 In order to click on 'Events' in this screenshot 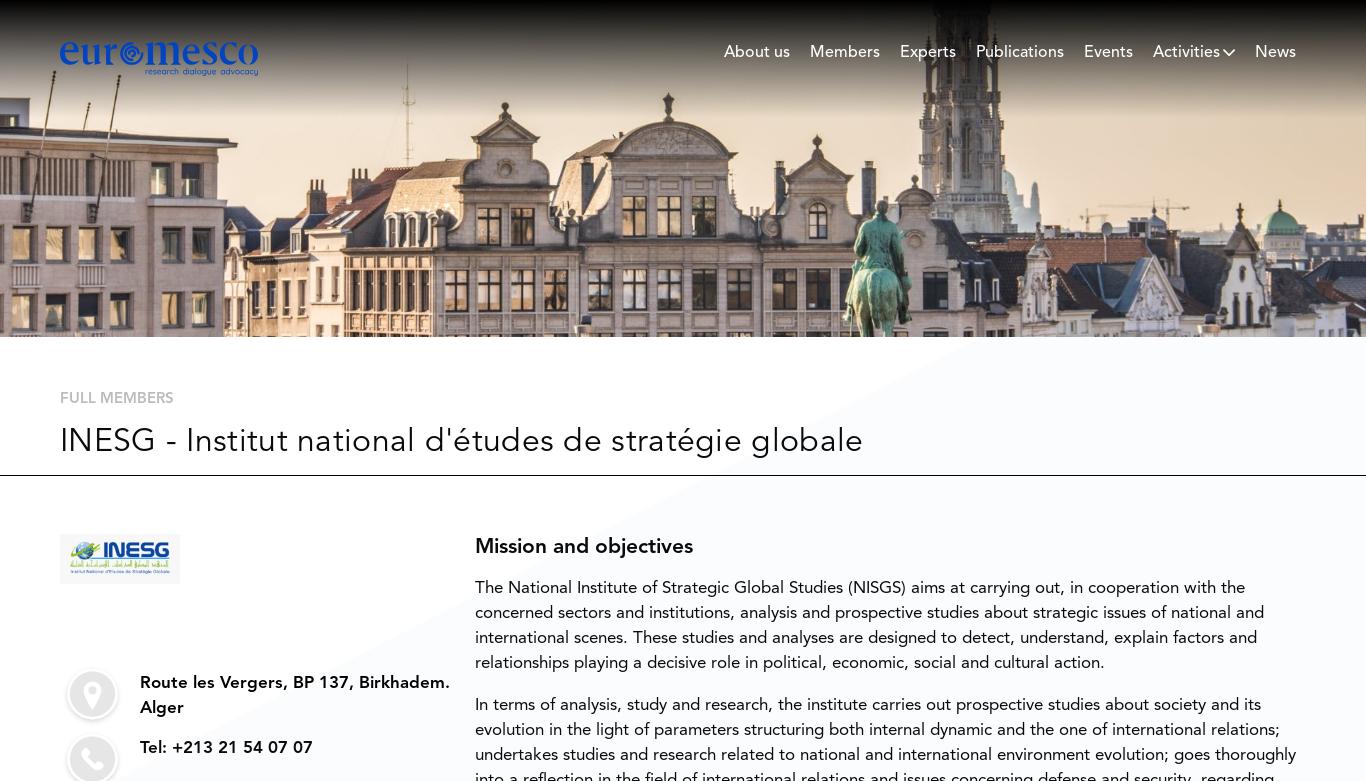, I will do `click(1107, 52)`.